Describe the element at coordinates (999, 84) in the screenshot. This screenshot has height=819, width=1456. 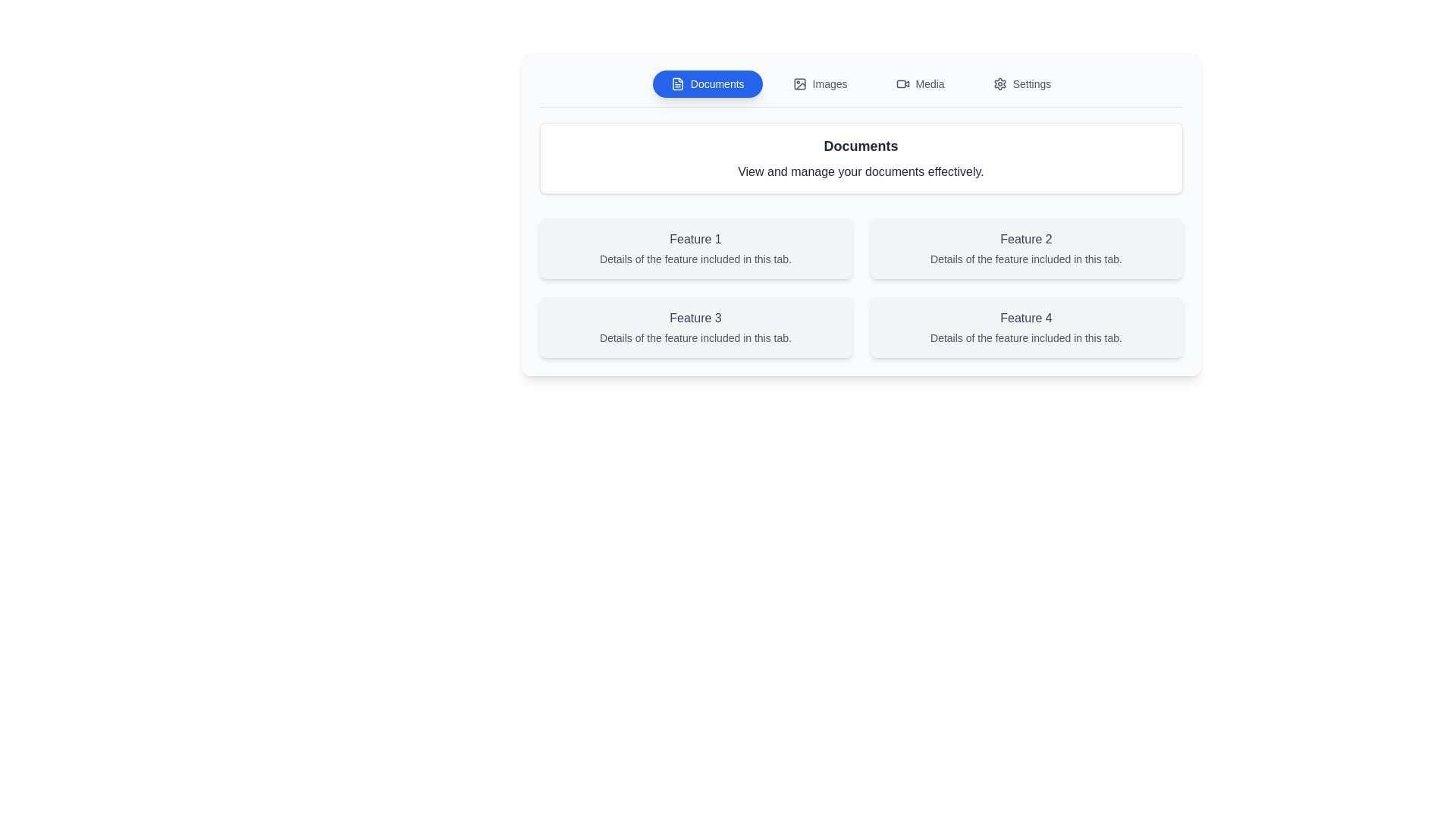
I see `the settings icon represented by a gear-like shape located in the top-right corner of the UI` at that location.